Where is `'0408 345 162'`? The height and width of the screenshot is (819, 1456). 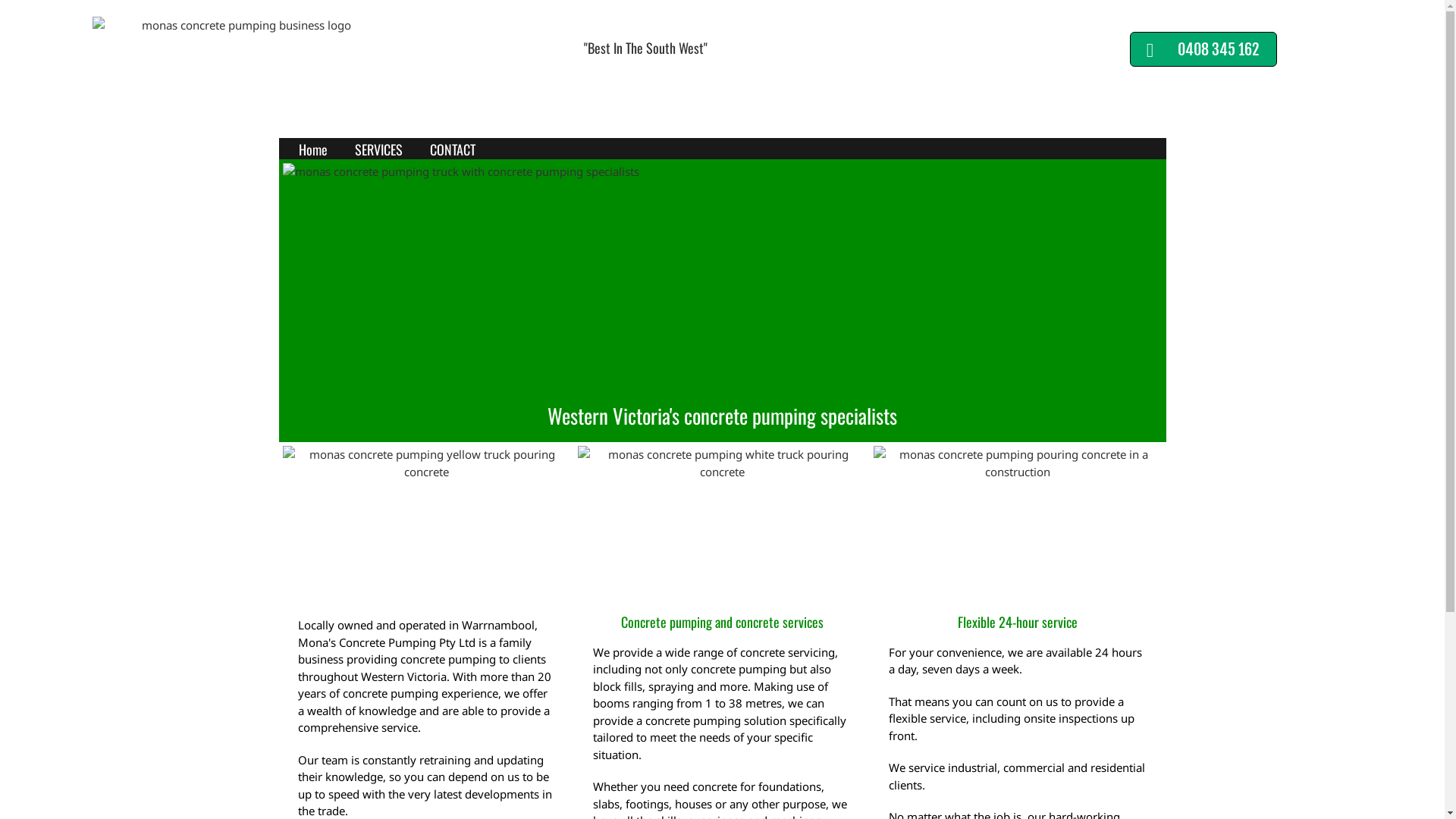 '0408 345 162' is located at coordinates (1203, 49).